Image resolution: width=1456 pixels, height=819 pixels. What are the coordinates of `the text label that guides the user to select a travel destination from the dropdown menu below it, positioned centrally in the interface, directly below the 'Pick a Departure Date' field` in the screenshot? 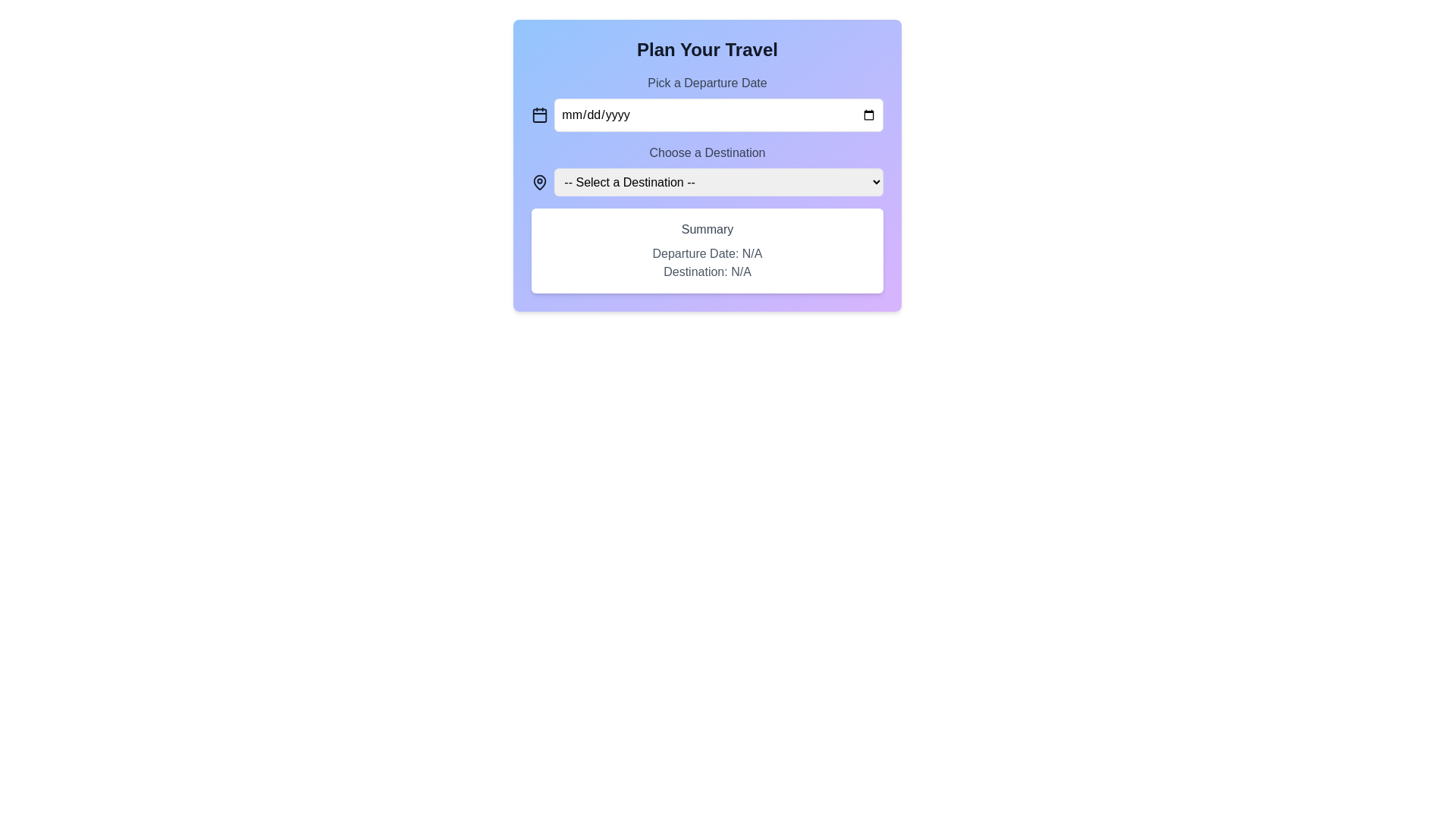 It's located at (706, 152).